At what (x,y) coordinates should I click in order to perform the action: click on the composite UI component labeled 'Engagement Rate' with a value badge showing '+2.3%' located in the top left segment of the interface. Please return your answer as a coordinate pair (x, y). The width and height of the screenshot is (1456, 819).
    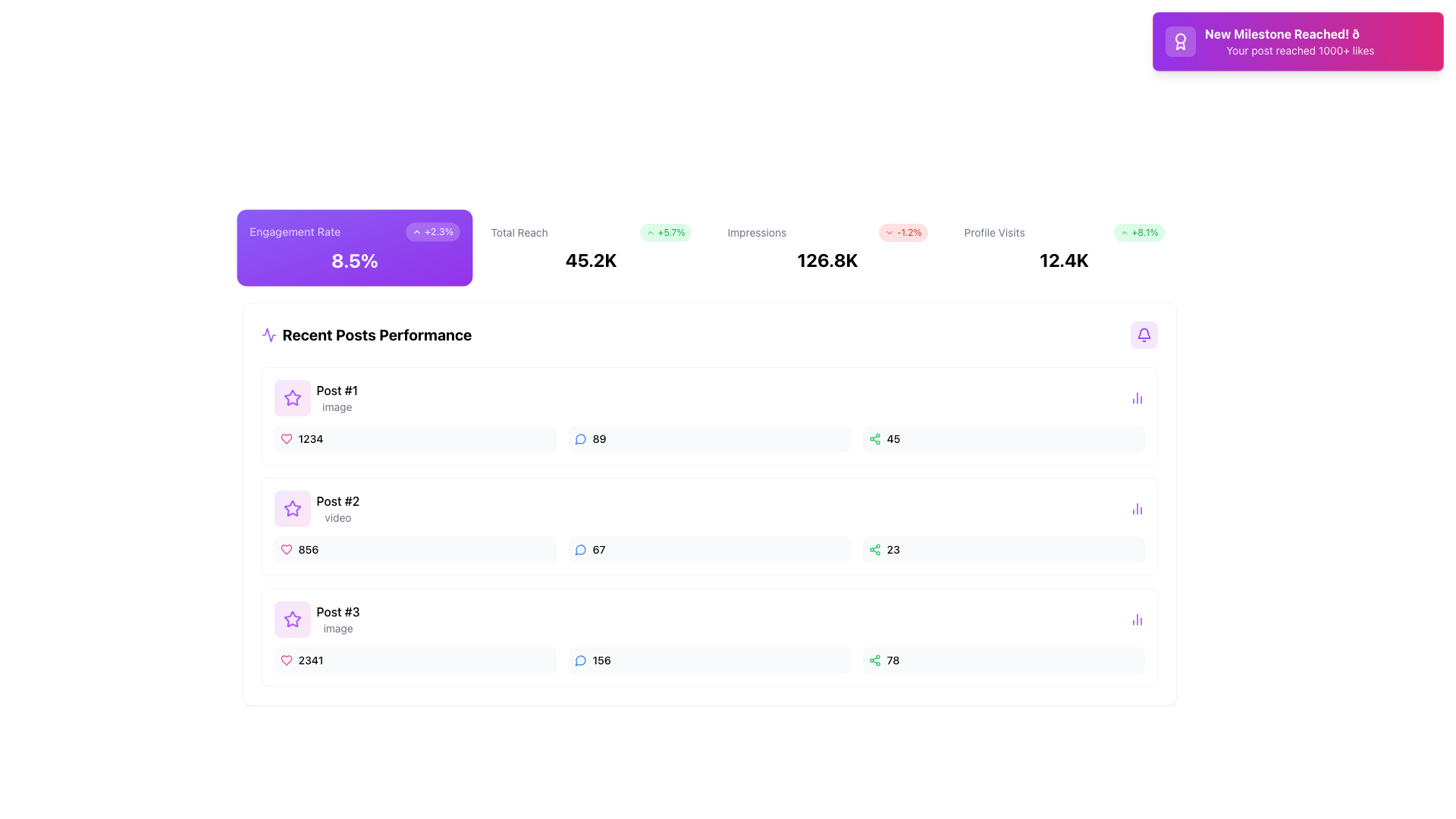
    Looking at the image, I should click on (353, 231).